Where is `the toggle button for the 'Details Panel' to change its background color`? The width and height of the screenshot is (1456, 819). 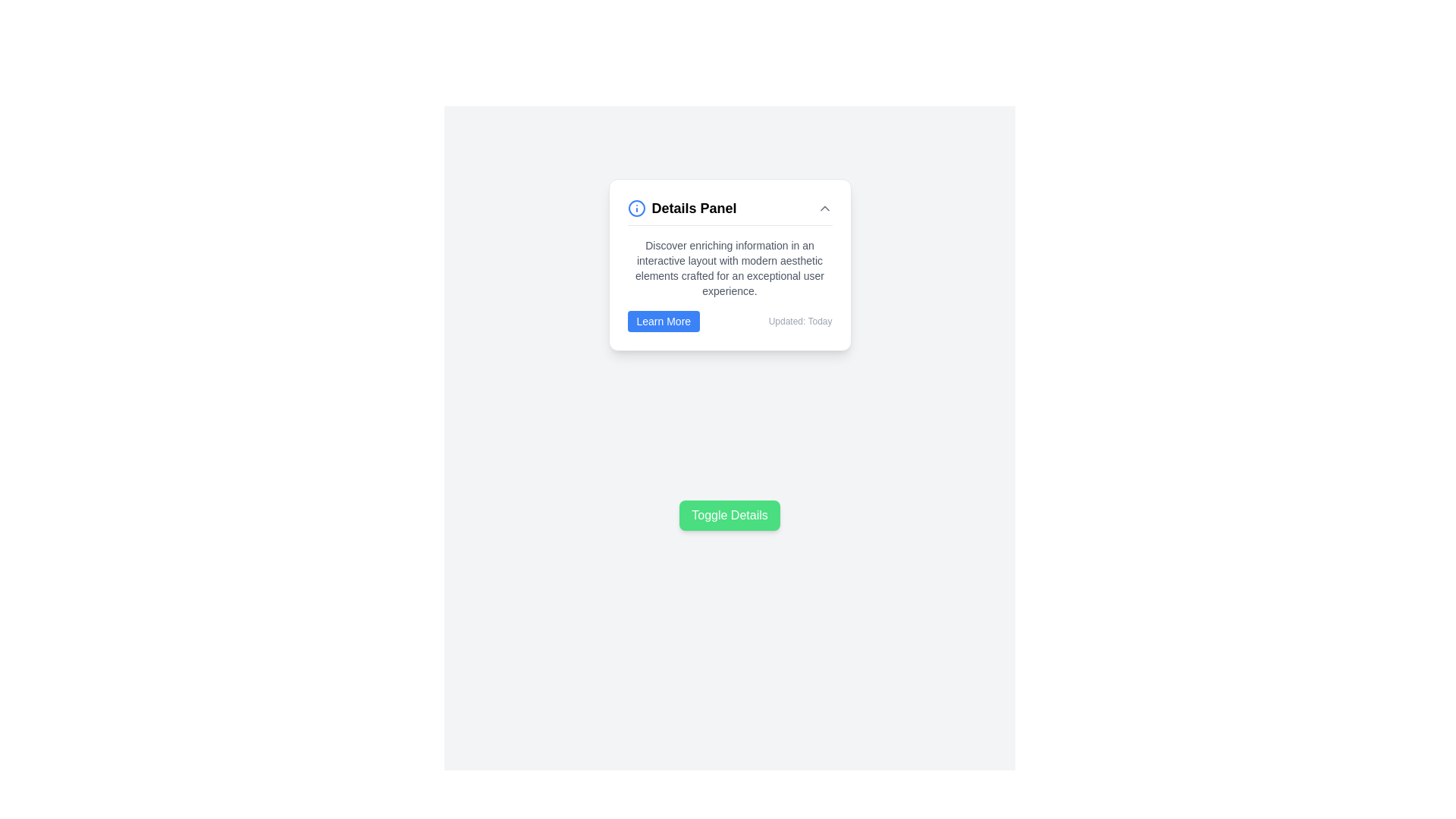 the toggle button for the 'Details Panel' to change its background color is located at coordinates (730, 514).